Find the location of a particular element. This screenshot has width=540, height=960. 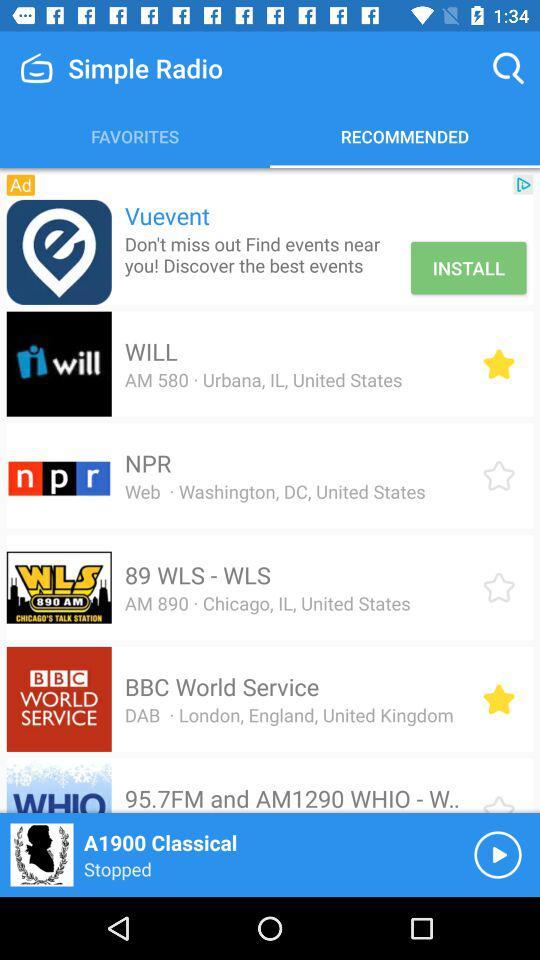

item next to the don t miss item is located at coordinates (468, 267).